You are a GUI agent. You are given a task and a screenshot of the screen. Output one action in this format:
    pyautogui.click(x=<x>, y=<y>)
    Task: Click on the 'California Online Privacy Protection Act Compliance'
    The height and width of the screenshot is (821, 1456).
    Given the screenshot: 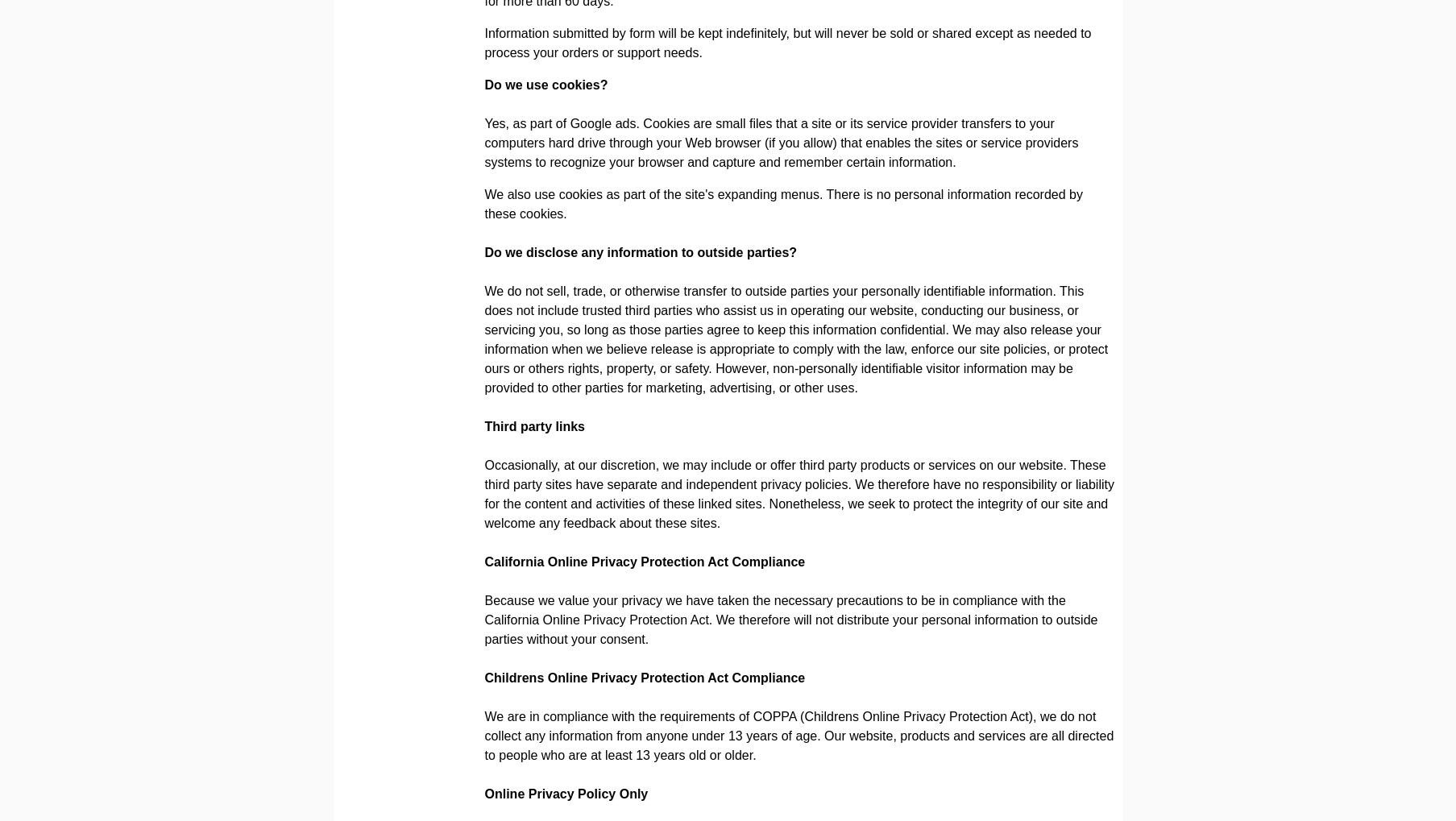 What is the action you would take?
    pyautogui.click(x=643, y=562)
    